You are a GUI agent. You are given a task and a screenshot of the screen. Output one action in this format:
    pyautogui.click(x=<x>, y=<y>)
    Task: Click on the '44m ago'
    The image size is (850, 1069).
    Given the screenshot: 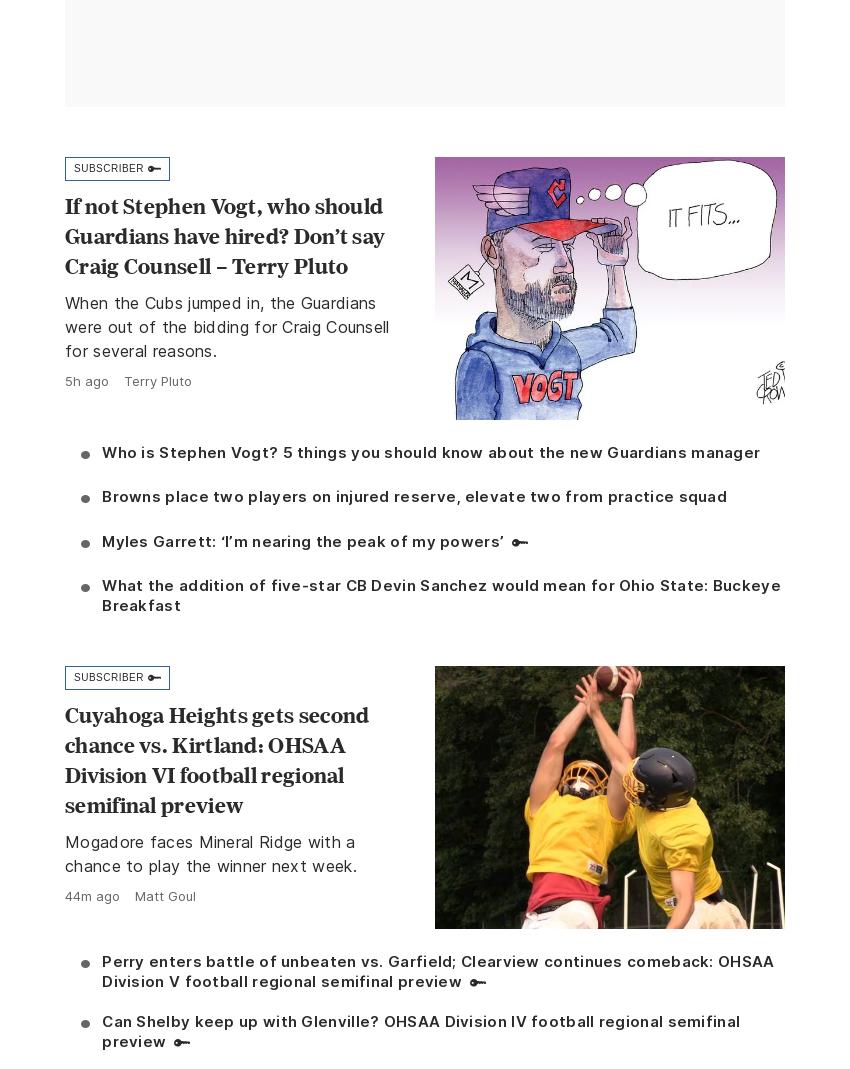 What is the action you would take?
    pyautogui.click(x=91, y=895)
    